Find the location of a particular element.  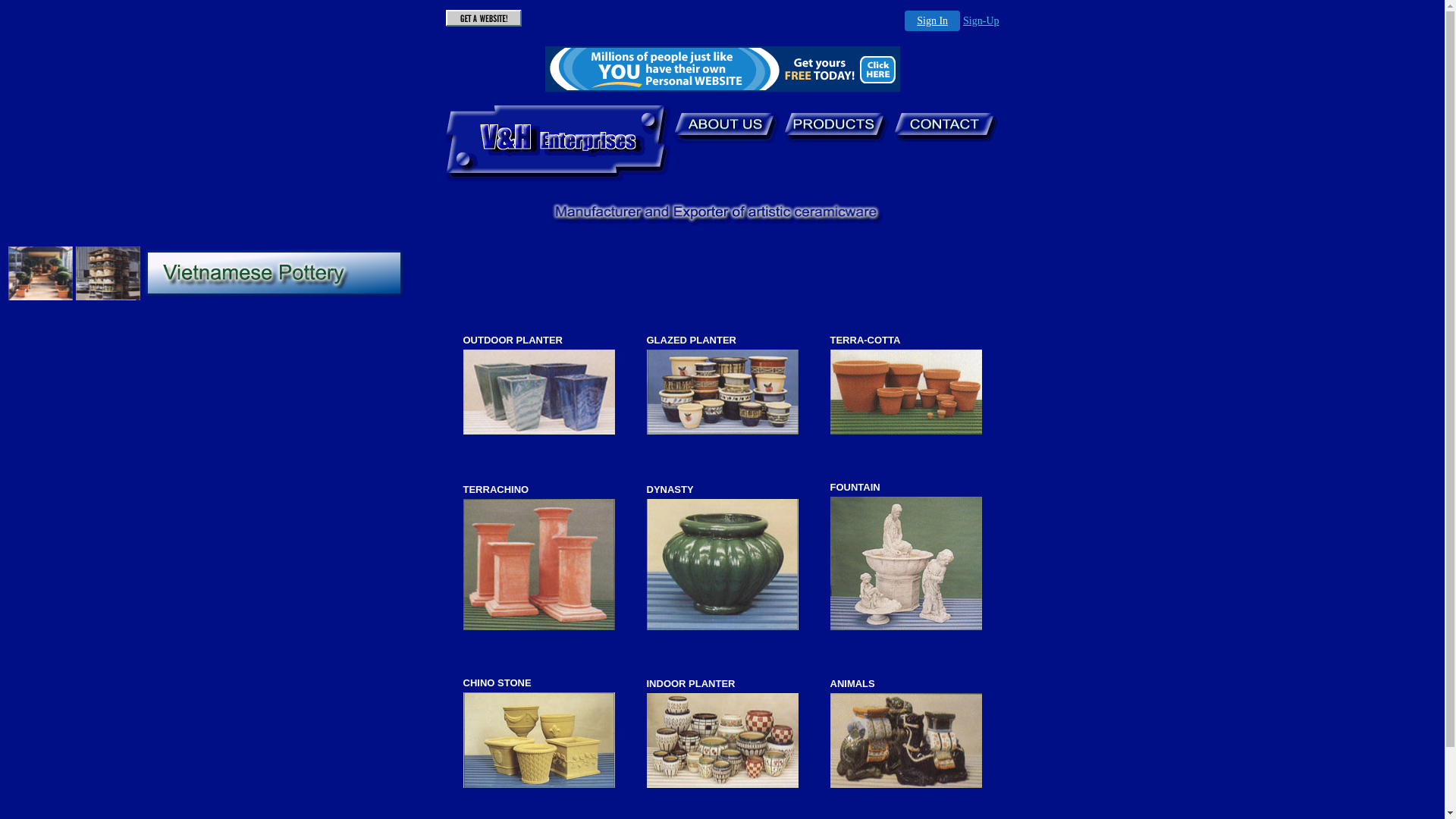

'Sign-Up' is located at coordinates (981, 20).